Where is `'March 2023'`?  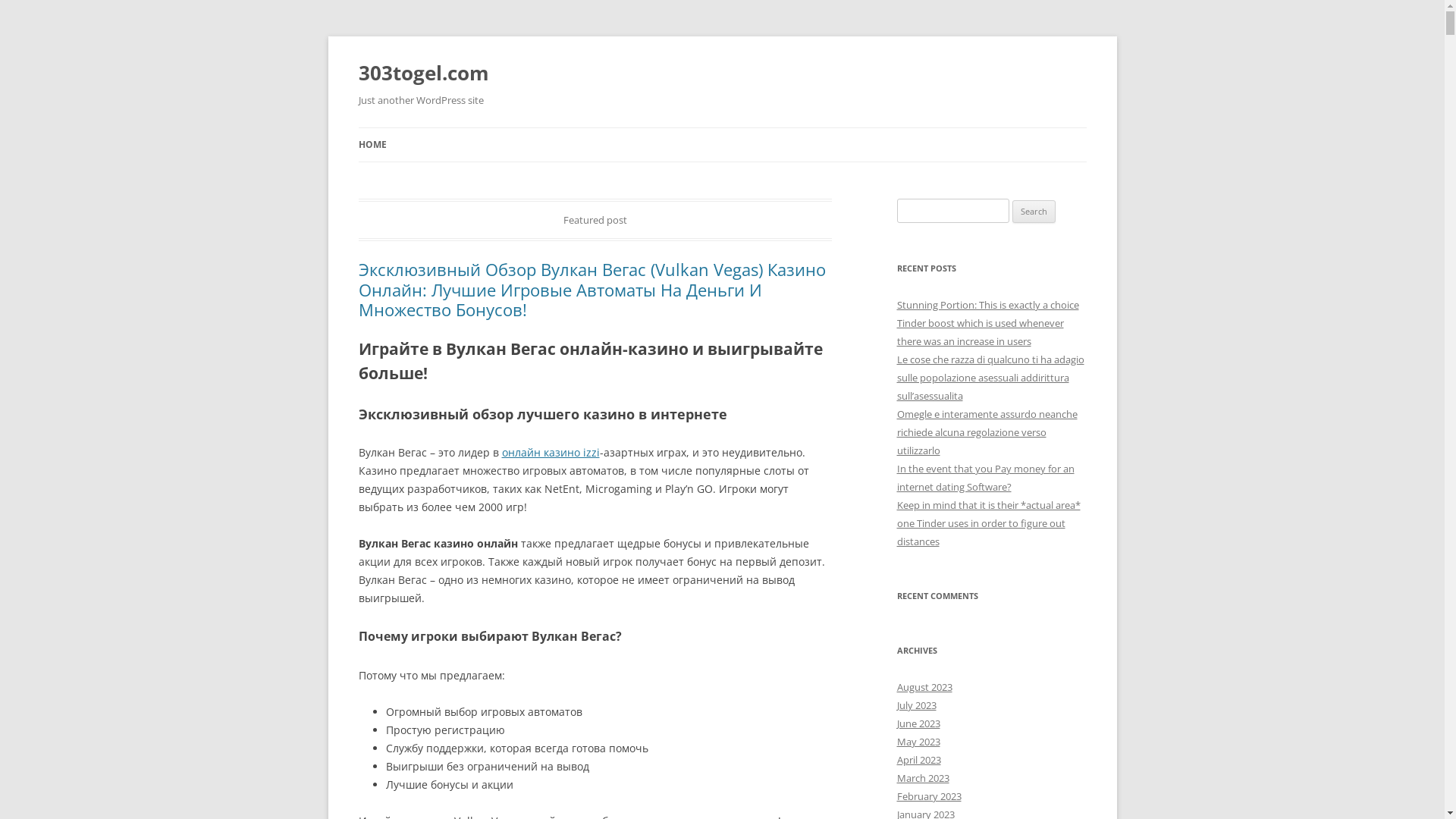 'March 2023' is located at coordinates (896, 778).